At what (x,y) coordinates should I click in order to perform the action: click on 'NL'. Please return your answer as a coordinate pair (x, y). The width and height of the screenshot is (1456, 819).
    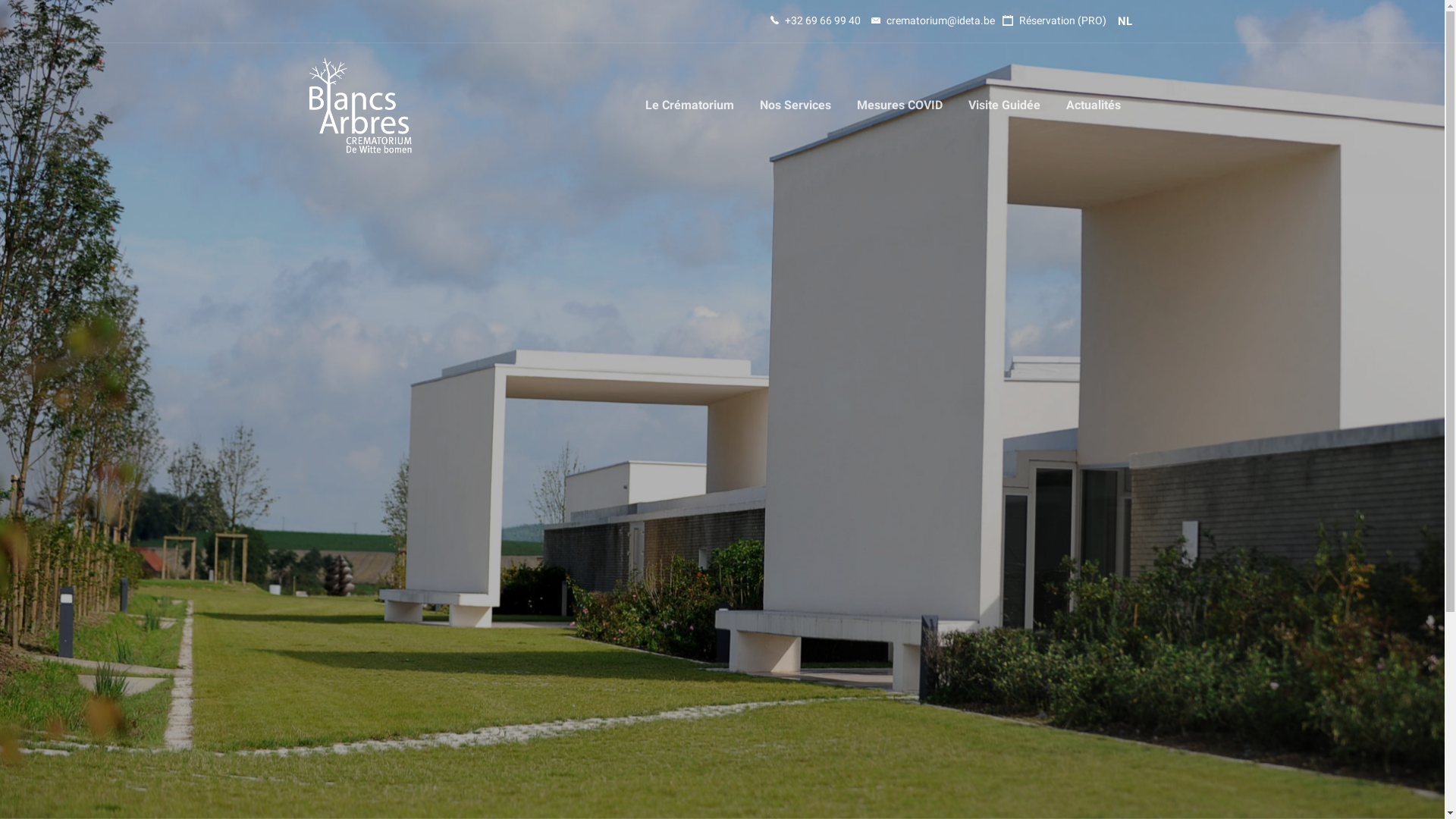
    Looking at the image, I should click on (1117, 20).